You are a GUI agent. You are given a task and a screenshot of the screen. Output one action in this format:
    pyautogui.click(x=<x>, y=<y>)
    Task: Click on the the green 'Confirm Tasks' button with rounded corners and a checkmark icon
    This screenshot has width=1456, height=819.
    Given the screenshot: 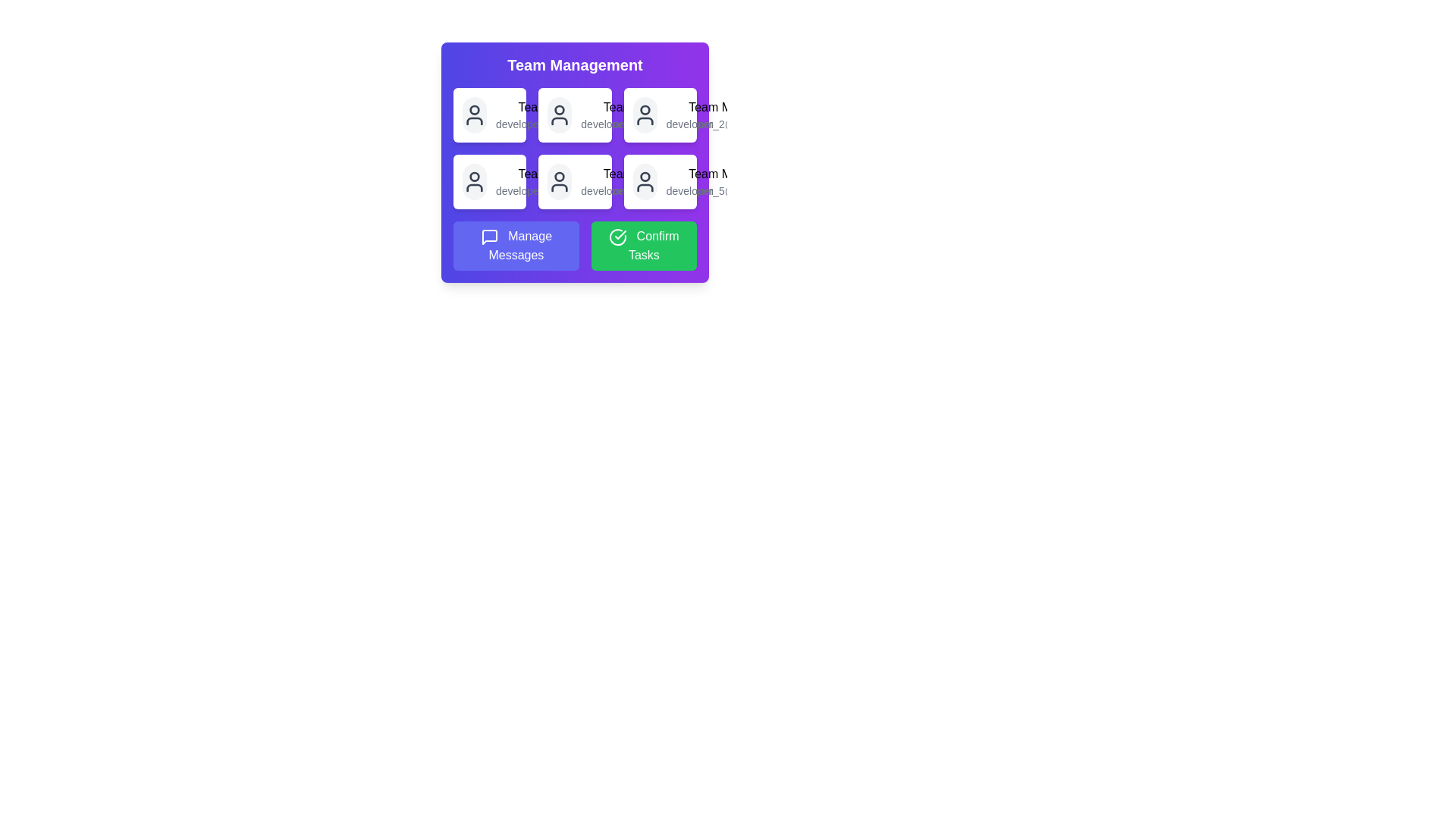 What is the action you would take?
    pyautogui.click(x=644, y=245)
    